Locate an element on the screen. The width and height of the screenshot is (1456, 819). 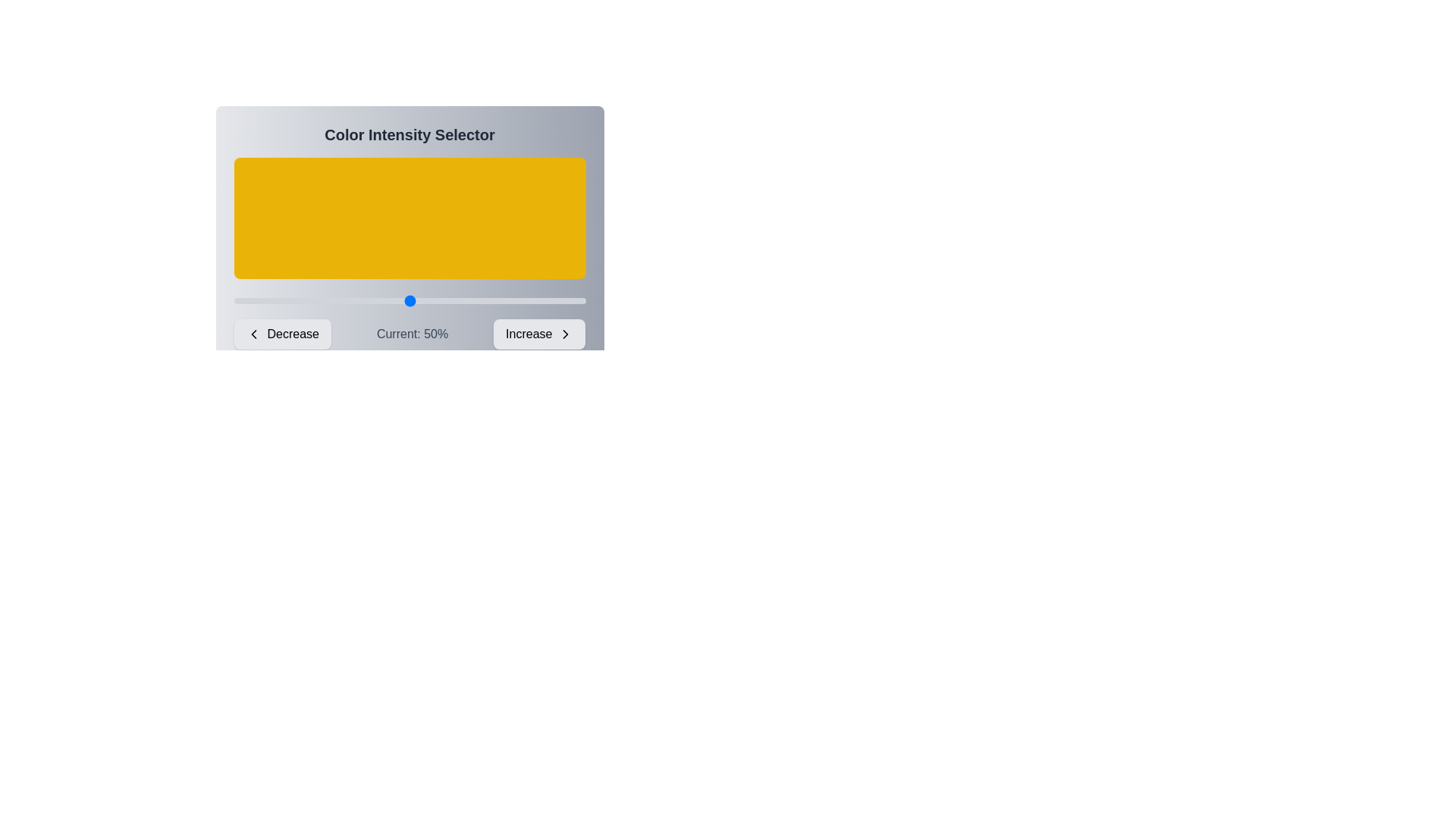
color intensity is located at coordinates (529, 301).